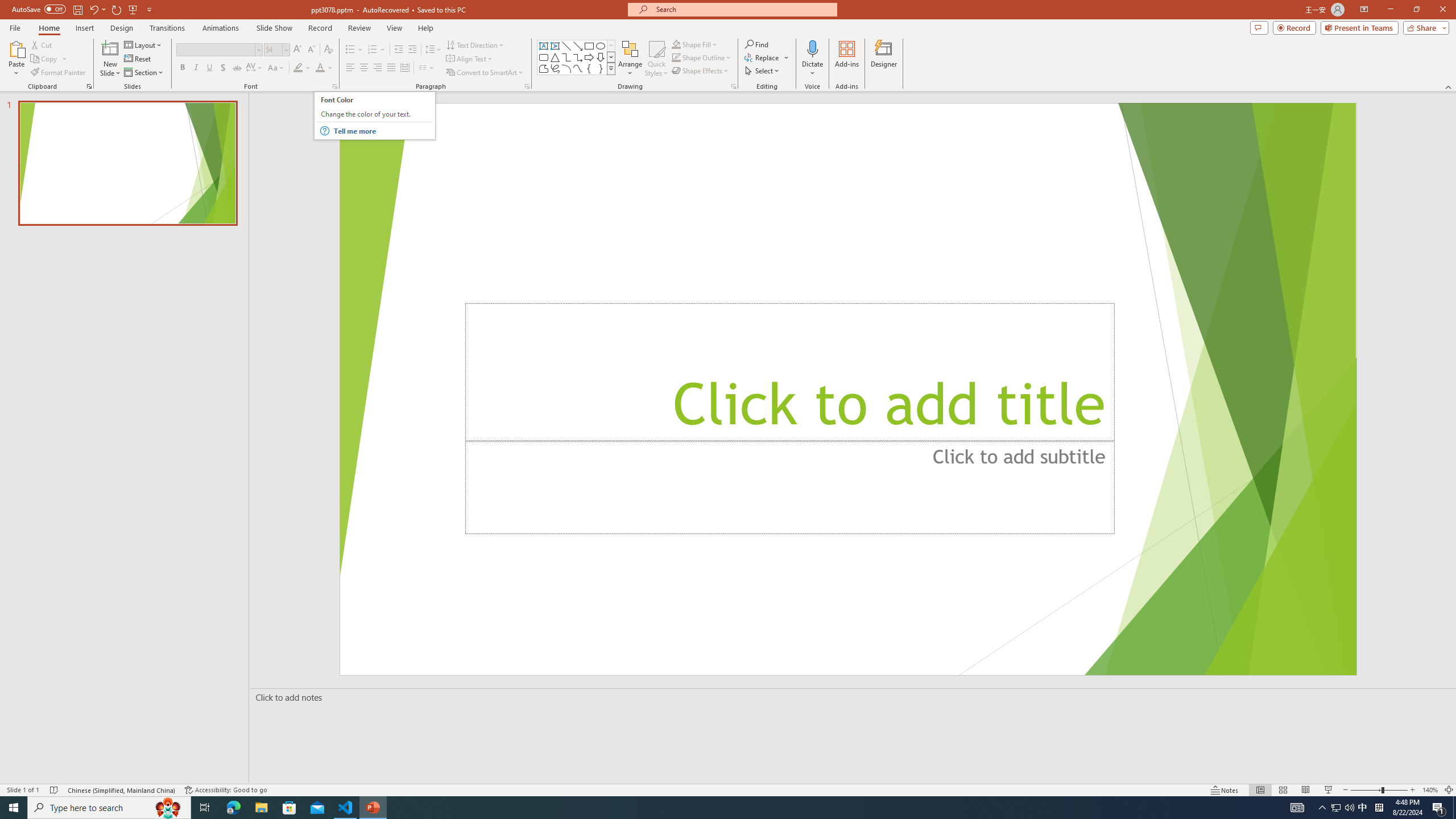  Describe the element at coordinates (350, 49) in the screenshot. I see `'Bullets'` at that location.